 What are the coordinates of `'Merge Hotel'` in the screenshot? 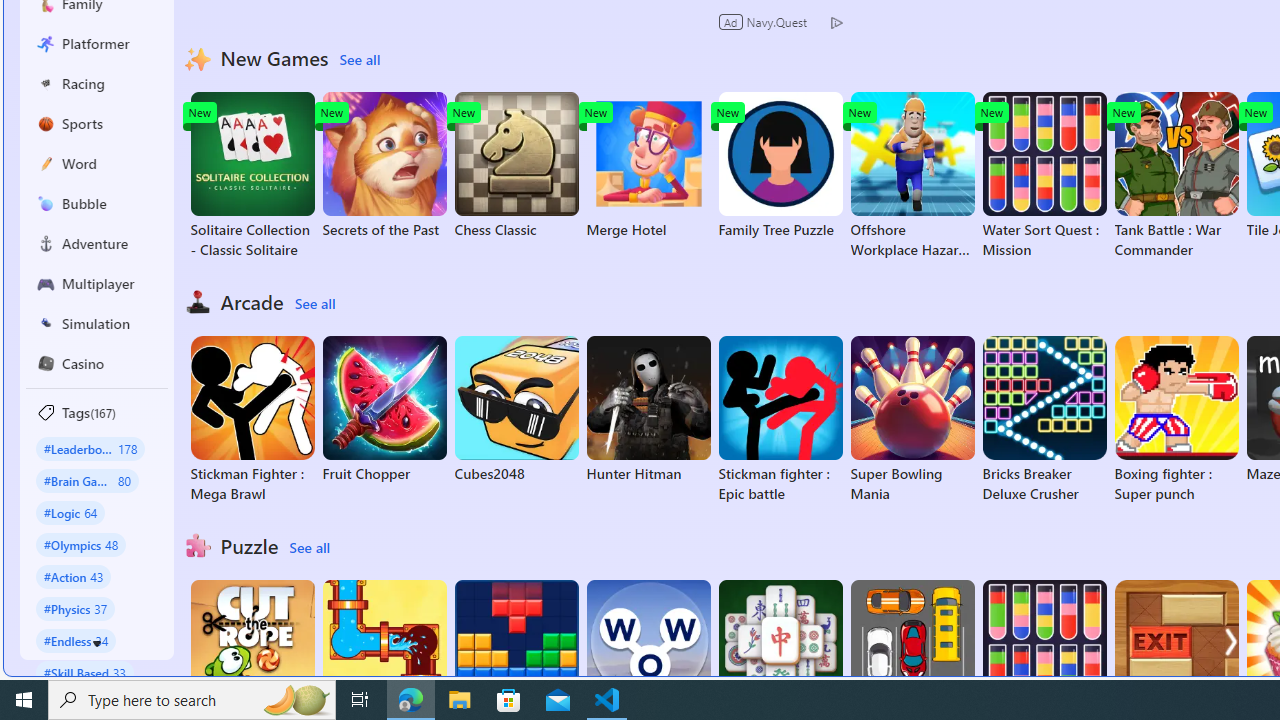 It's located at (648, 164).